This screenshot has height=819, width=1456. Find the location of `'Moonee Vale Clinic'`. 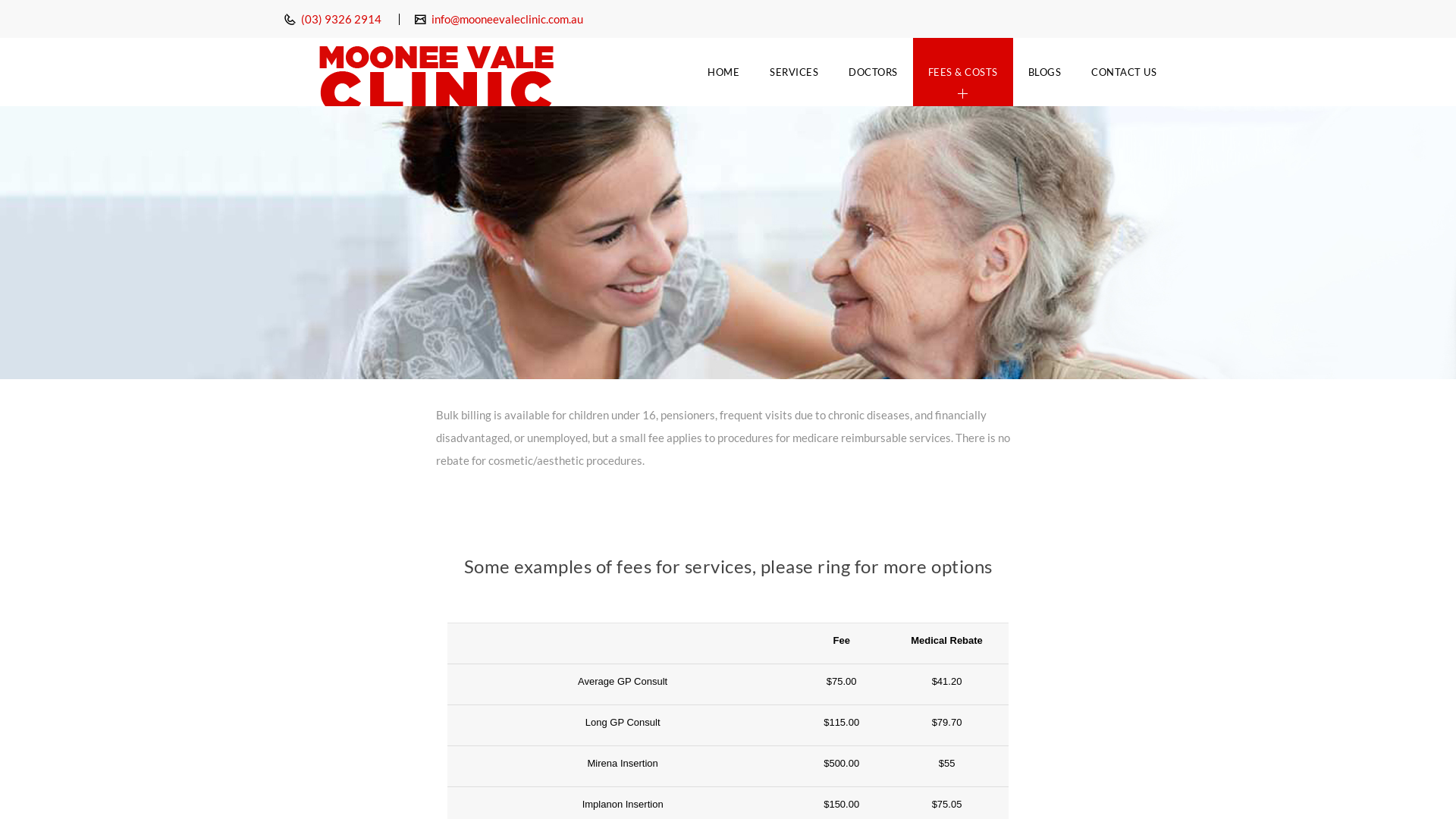

'Moonee Vale Clinic' is located at coordinates (435, 72).